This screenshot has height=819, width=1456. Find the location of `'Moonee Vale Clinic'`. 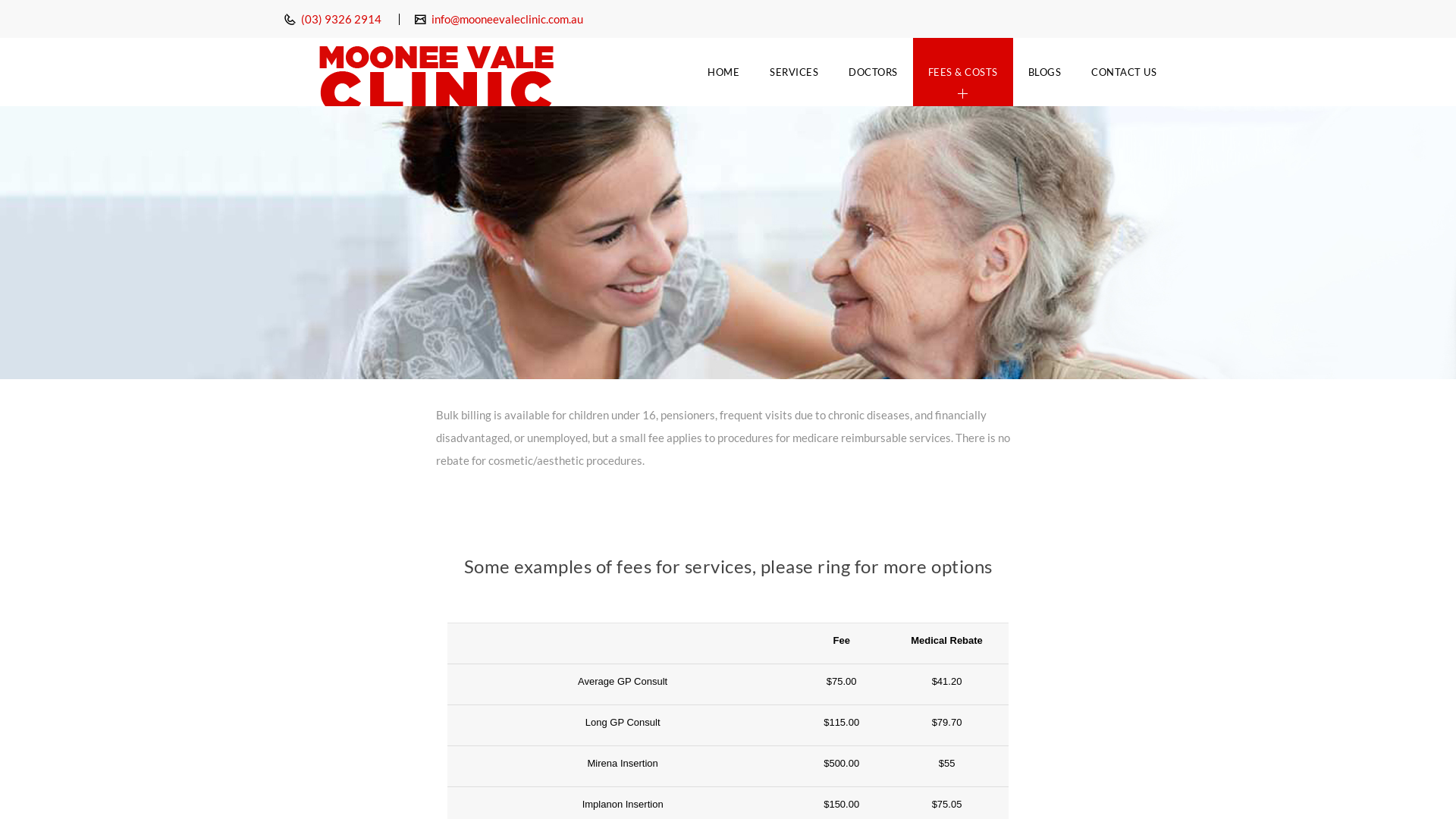

'Moonee Vale Clinic' is located at coordinates (435, 72).